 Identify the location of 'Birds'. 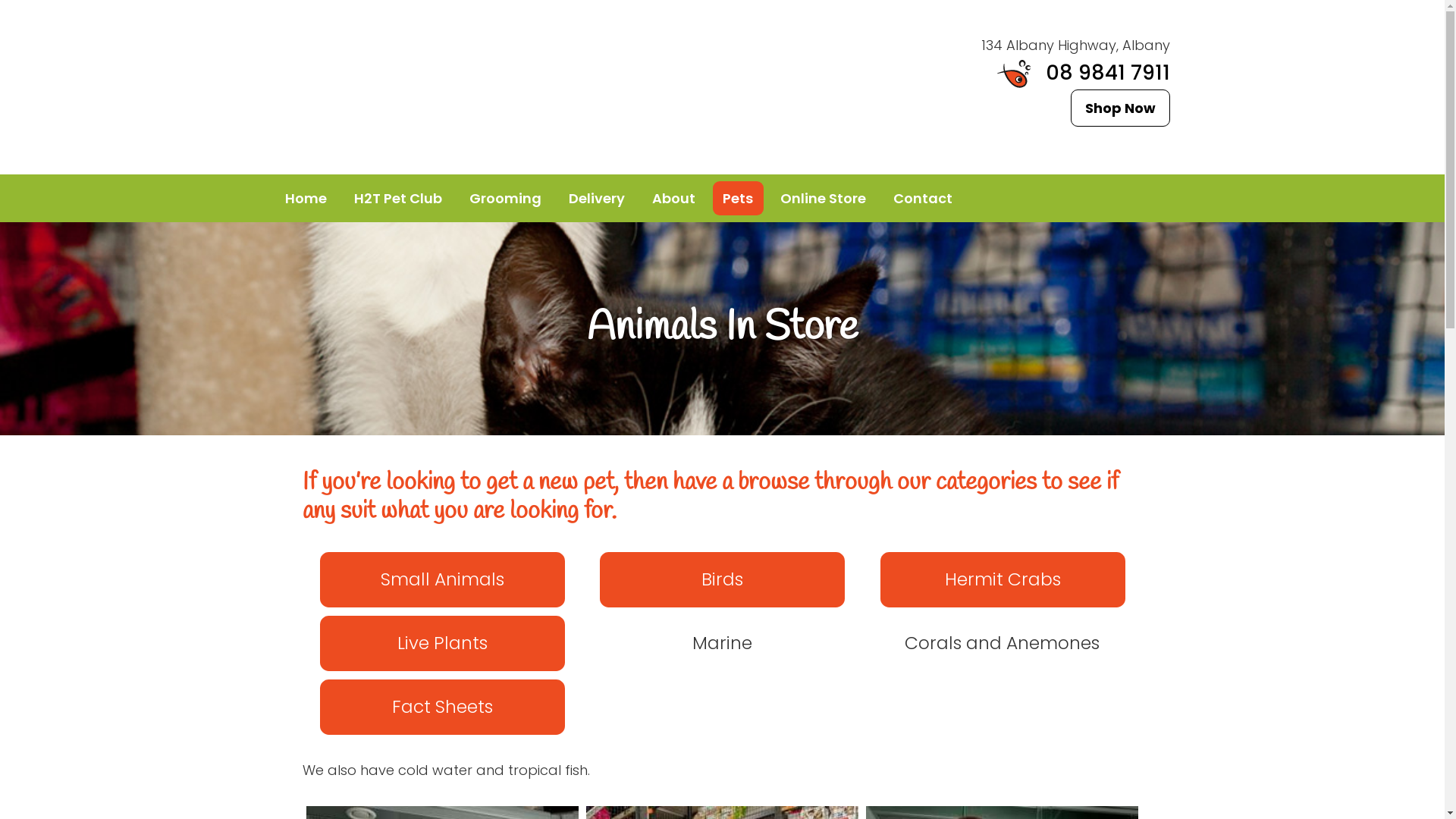
(721, 579).